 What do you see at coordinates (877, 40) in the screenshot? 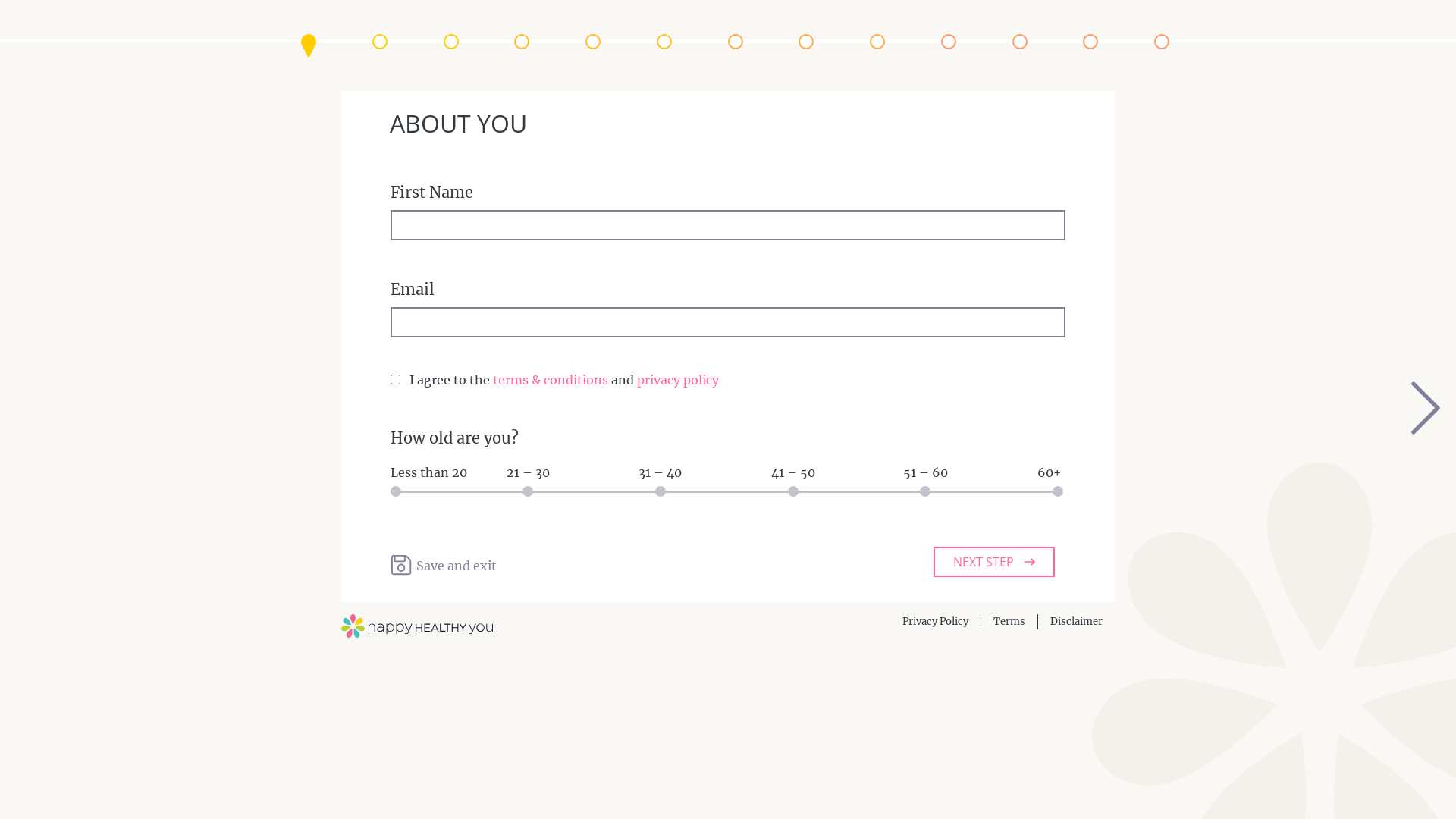
I see `'Liver & Digestive System'` at bounding box center [877, 40].